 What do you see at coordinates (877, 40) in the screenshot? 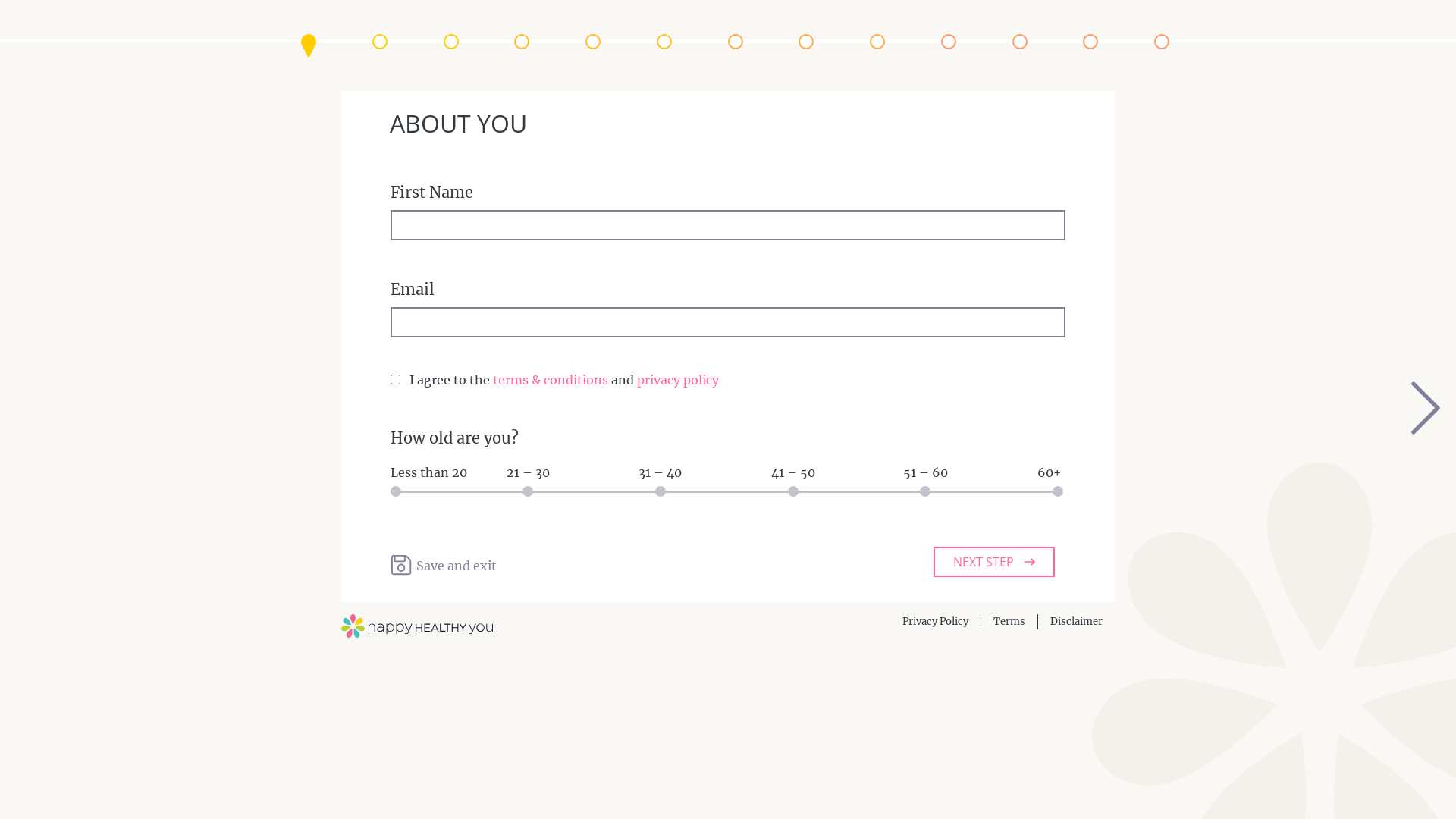
I see `'Liver & Digestive System'` at bounding box center [877, 40].